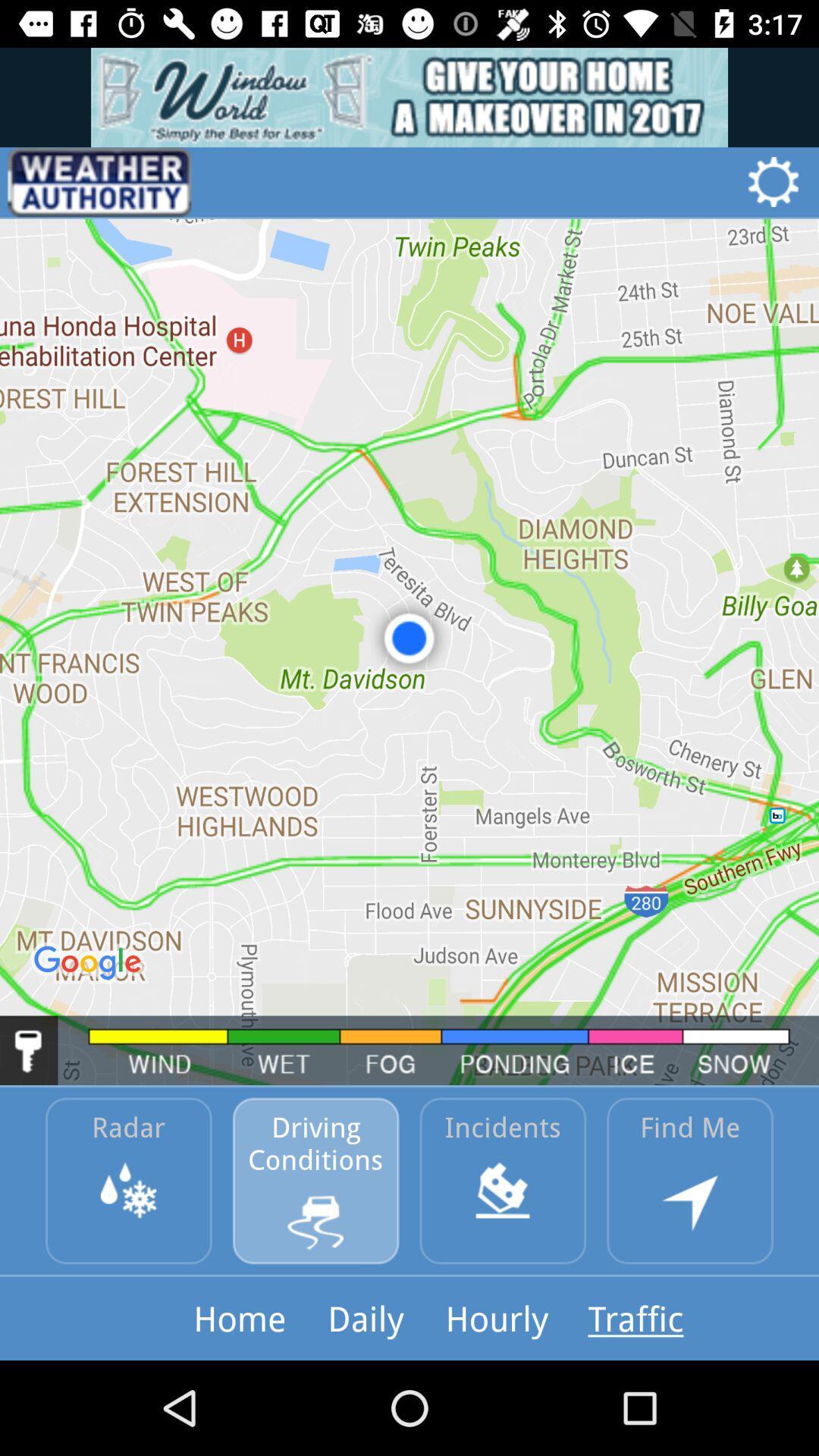  I want to click on icon at the top left corner, so click(99, 182).